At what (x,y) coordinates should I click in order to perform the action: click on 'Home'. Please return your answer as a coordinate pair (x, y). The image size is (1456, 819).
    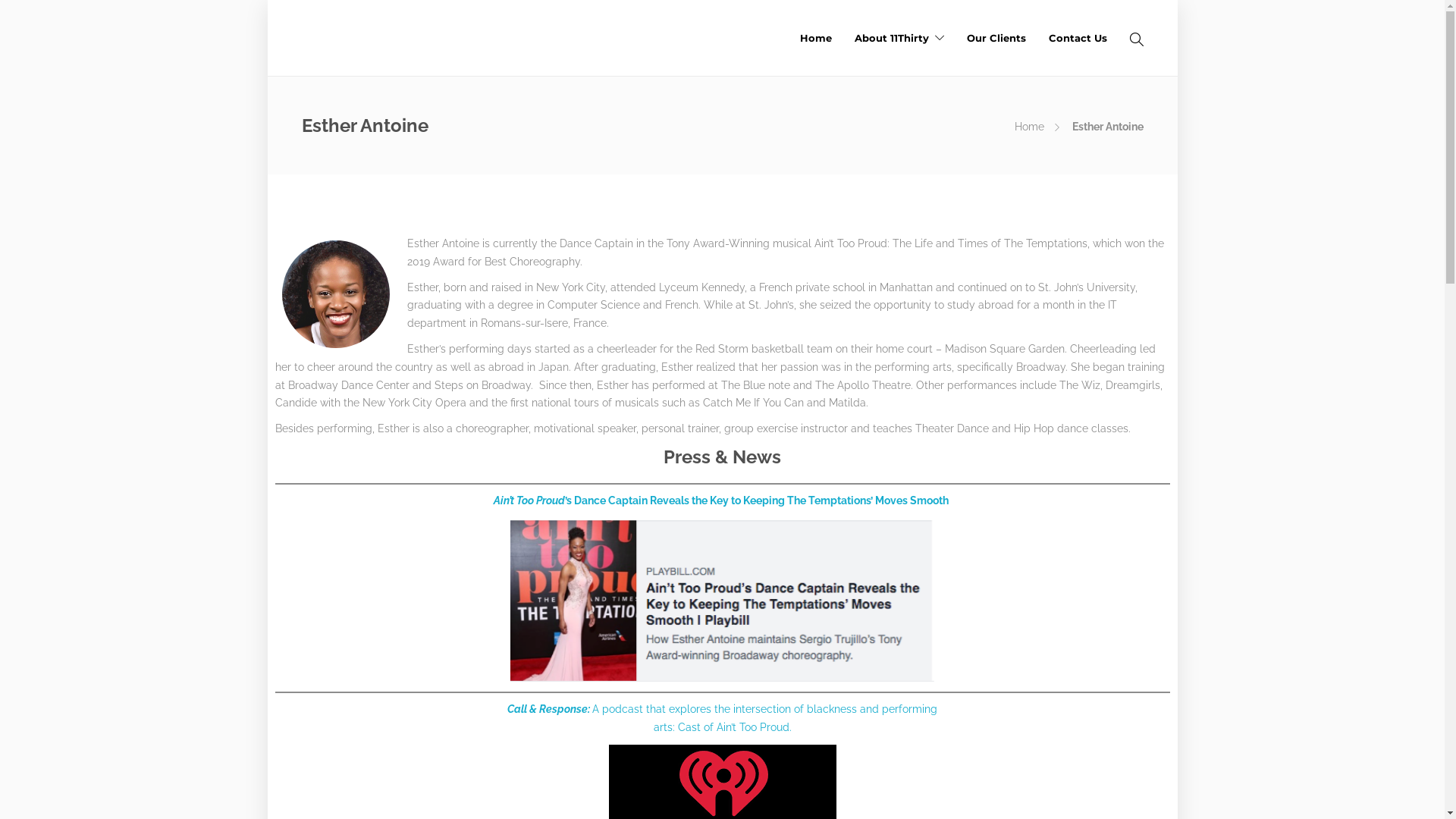
    Looking at the image, I should click on (814, 37).